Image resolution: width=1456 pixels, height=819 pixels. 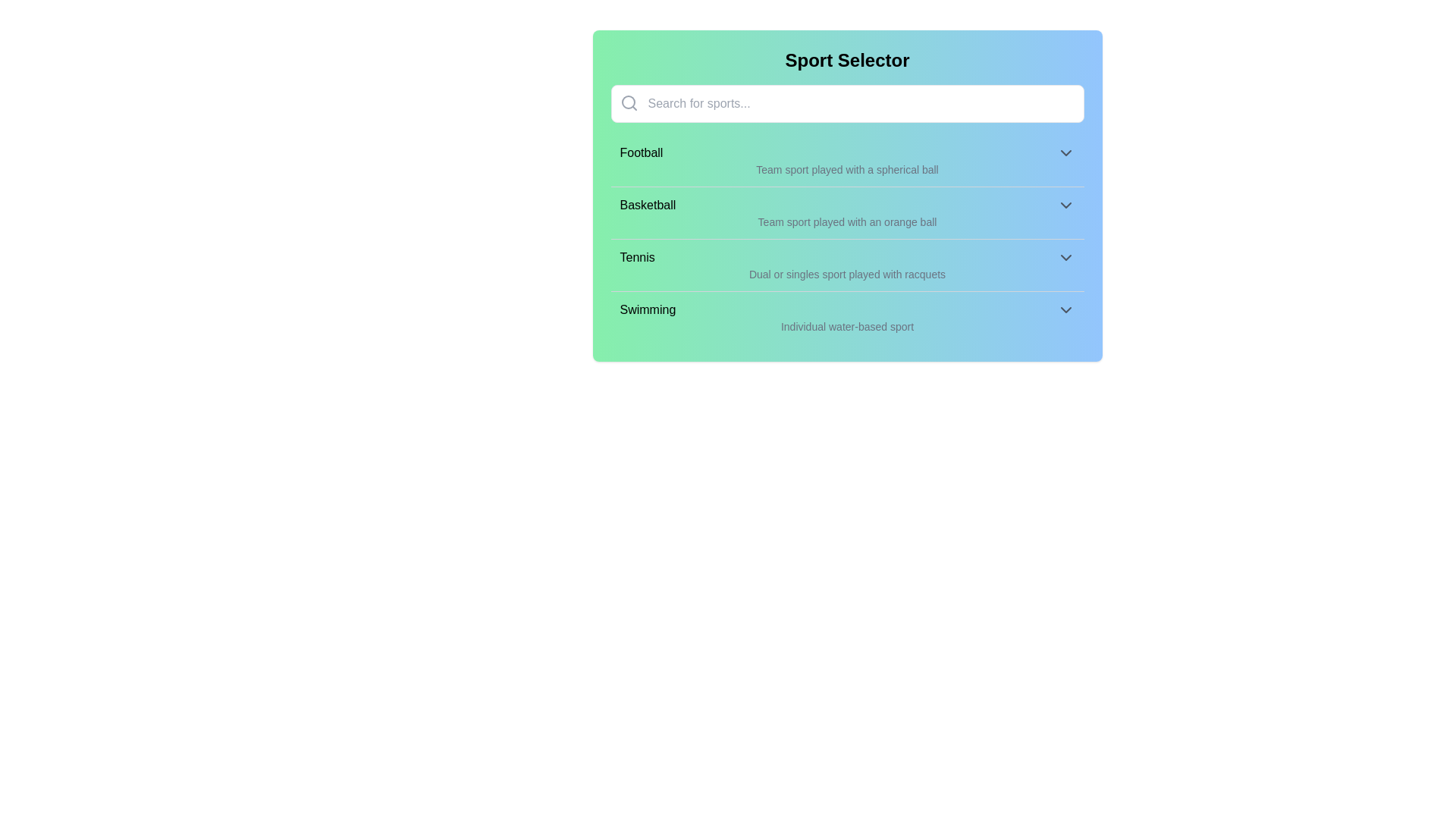 What do you see at coordinates (648, 205) in the screenshot?
I see `the Text Label indicating the user's selection for 'Basketball' within the sports selector interface` at bounding box center [648, 205].